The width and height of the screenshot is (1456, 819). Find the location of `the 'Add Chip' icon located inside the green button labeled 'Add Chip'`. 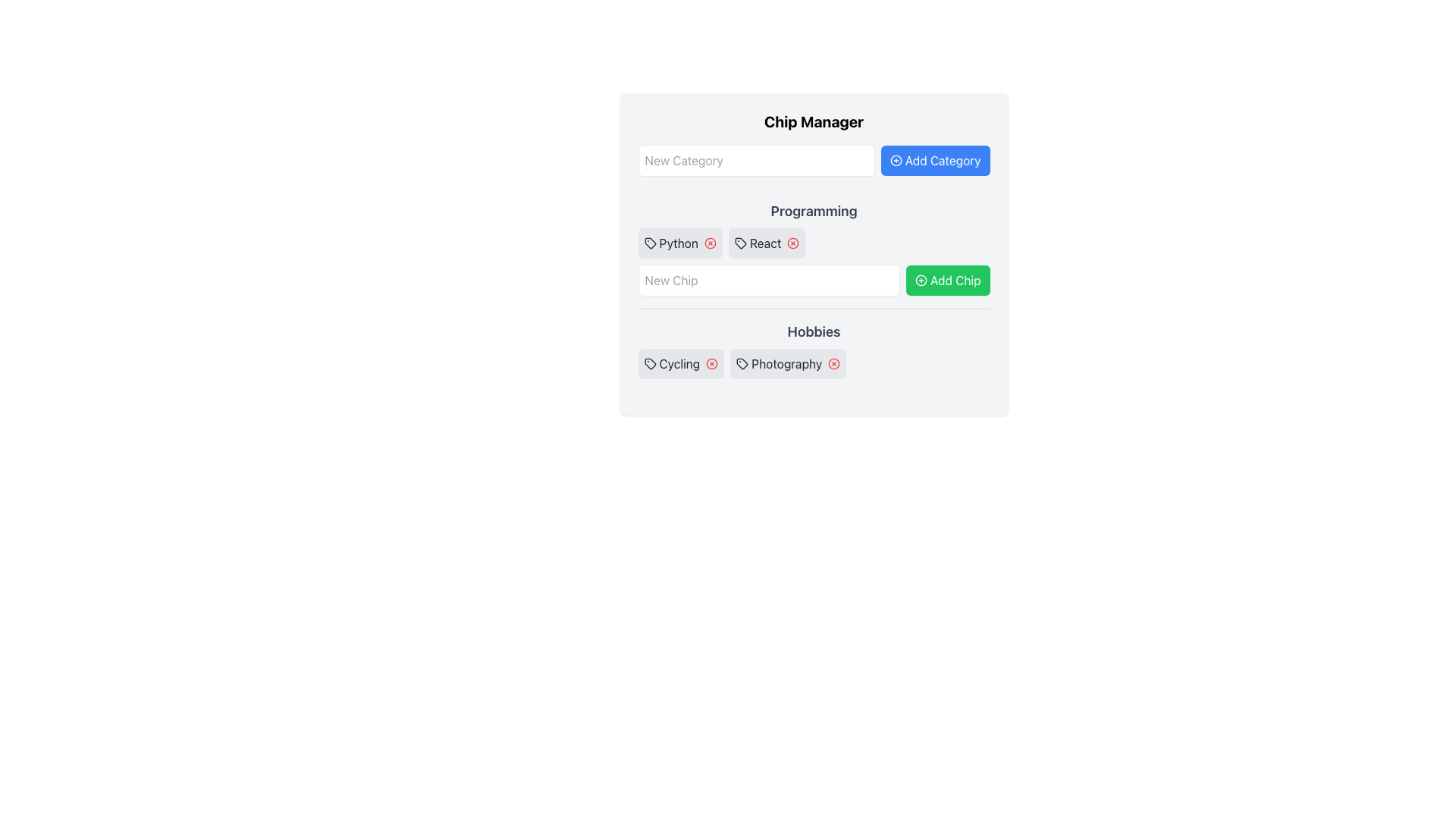

the 'Add Chip' icon located inside the green button labeled 'Add Chip' is located at coordinates (920, 281).